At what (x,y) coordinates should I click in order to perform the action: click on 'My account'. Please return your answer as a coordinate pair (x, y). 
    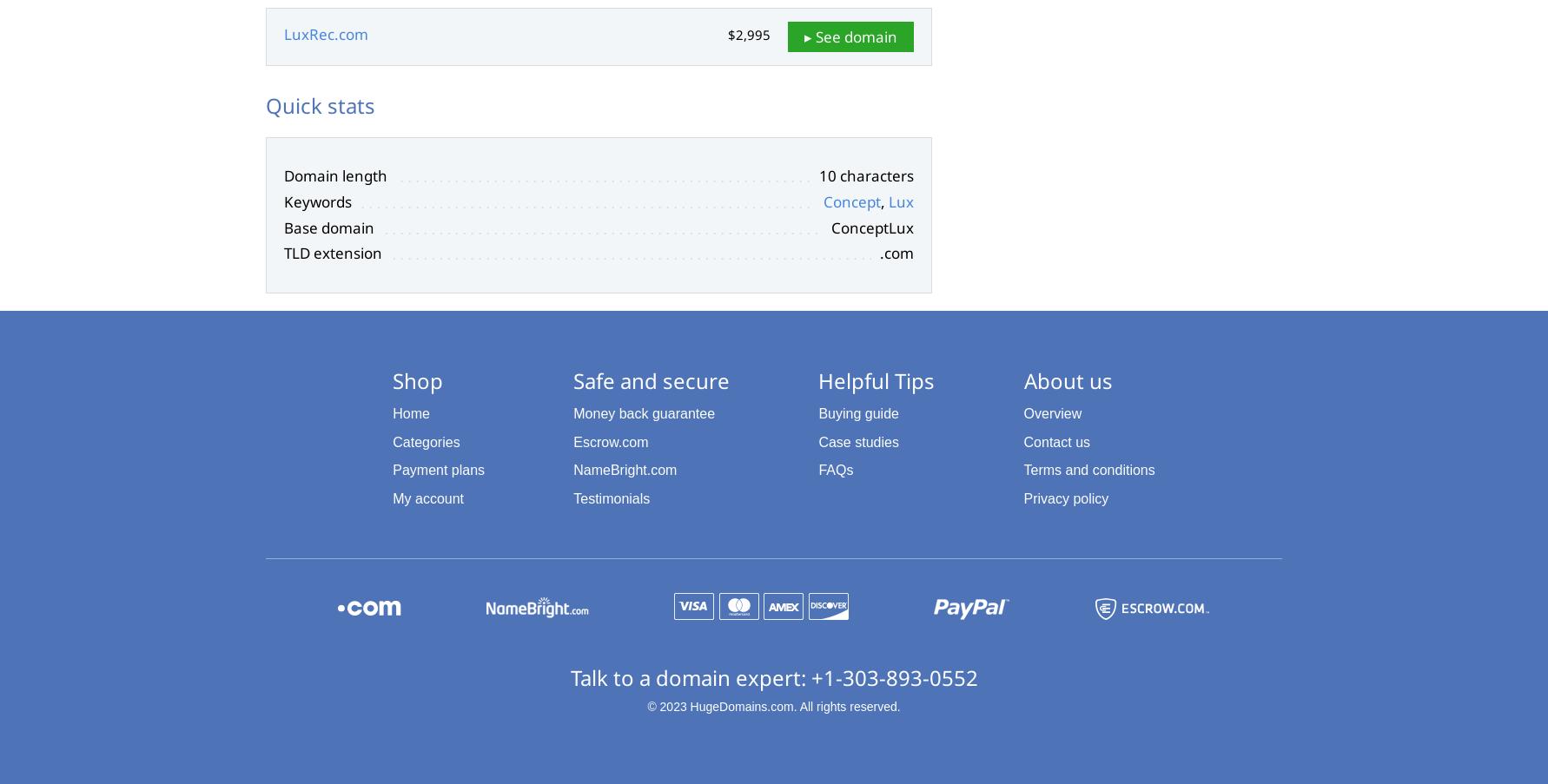
    Looking at the image, I should click on (427, 497).